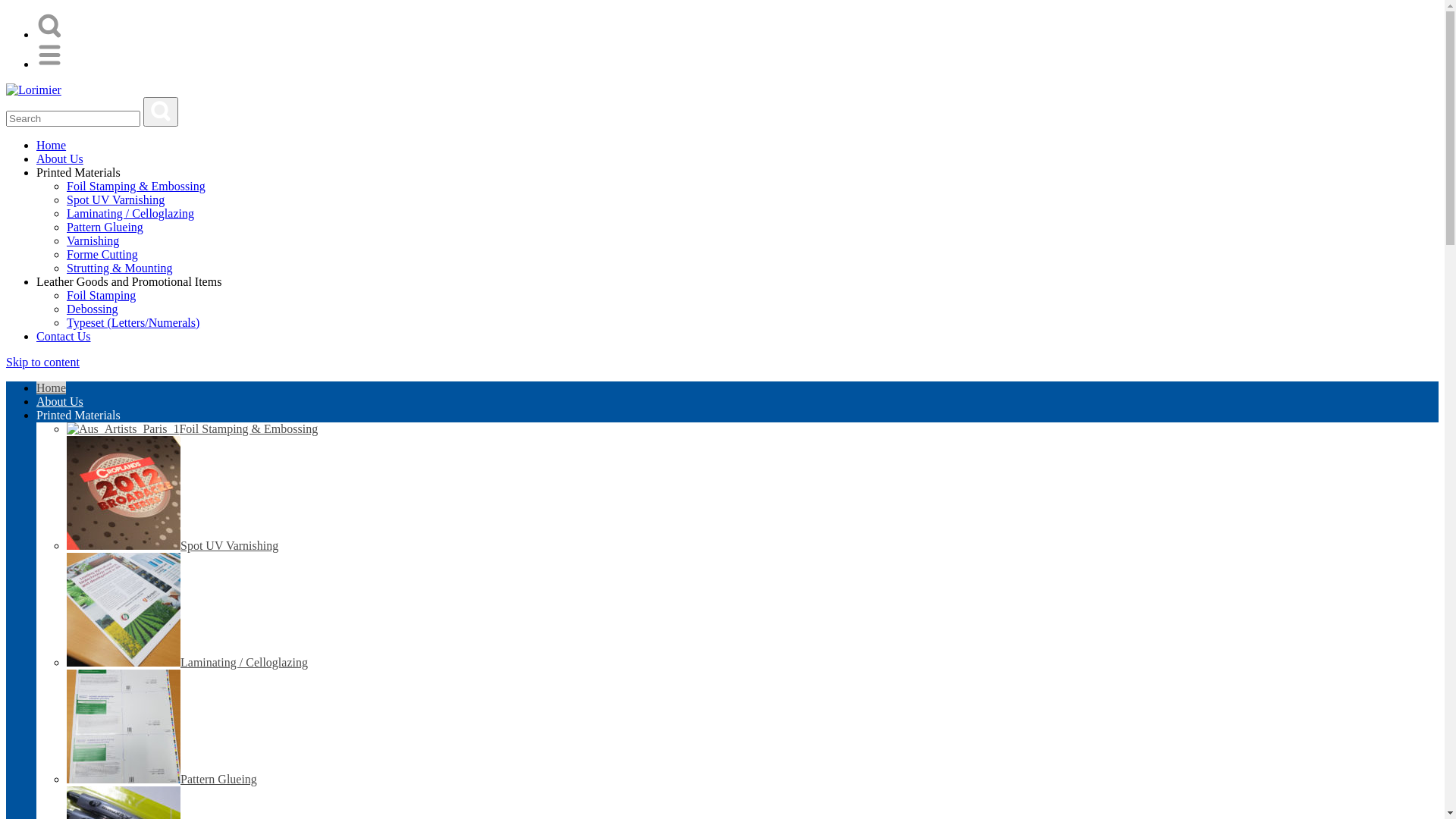 This screenshot has height=819, width=1456. What do you see at coordinates (101, 253) in the screenshot?
I see `'Forme Cutting'` at bounding box center [101, 253].